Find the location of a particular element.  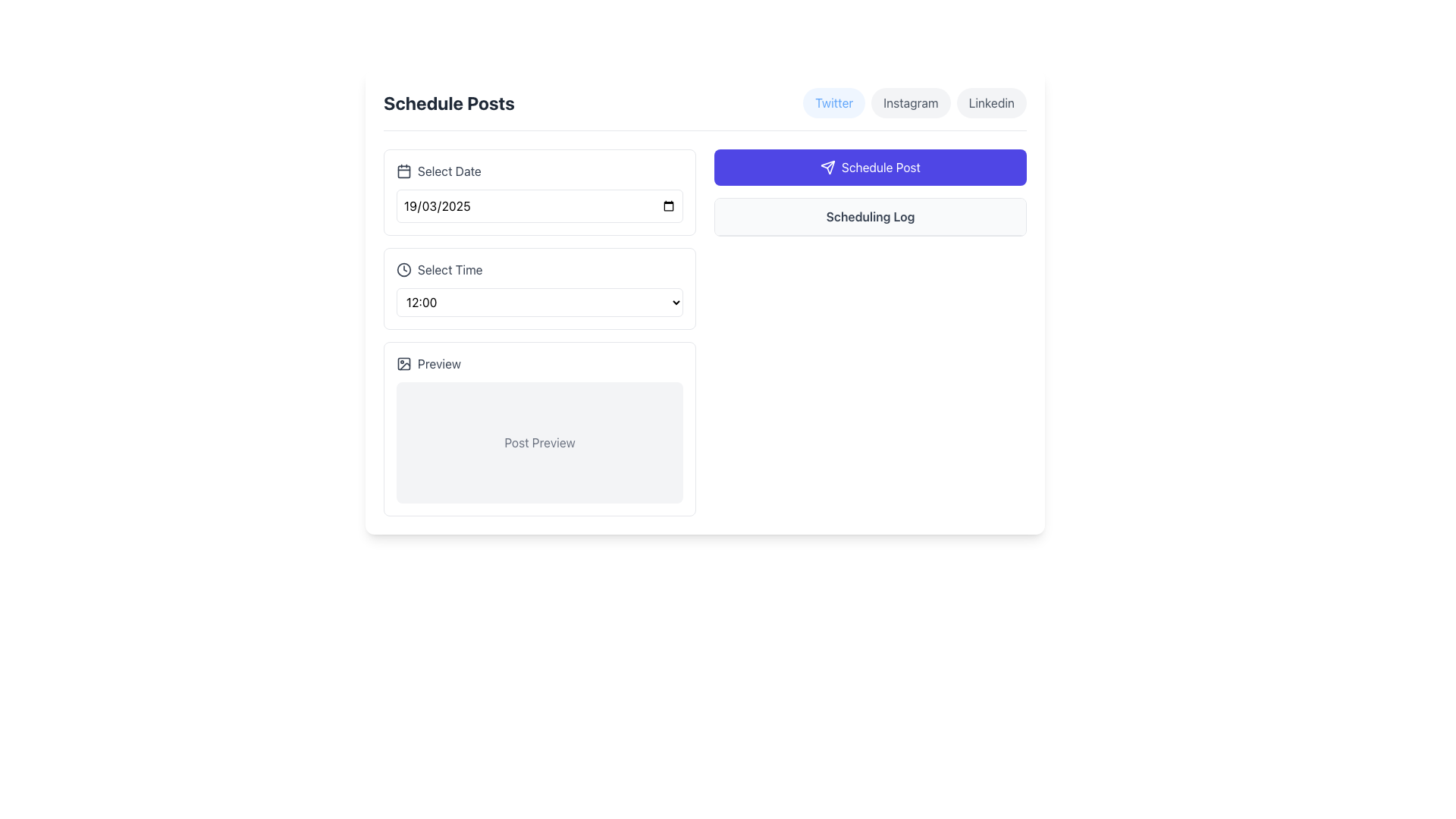

the Dropdown menu displaying '12:00' is located at coordinates (539, 302).